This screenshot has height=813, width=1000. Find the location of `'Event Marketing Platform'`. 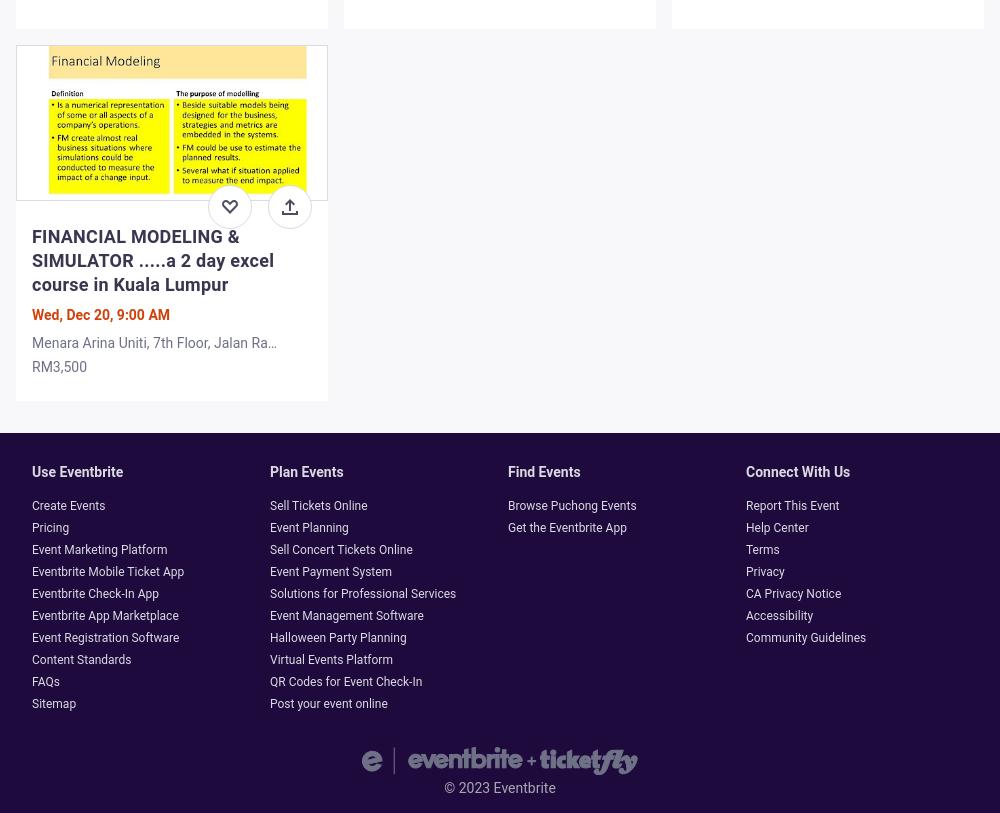

'Event Marketing Platform' is located at coordinates (32, 549).